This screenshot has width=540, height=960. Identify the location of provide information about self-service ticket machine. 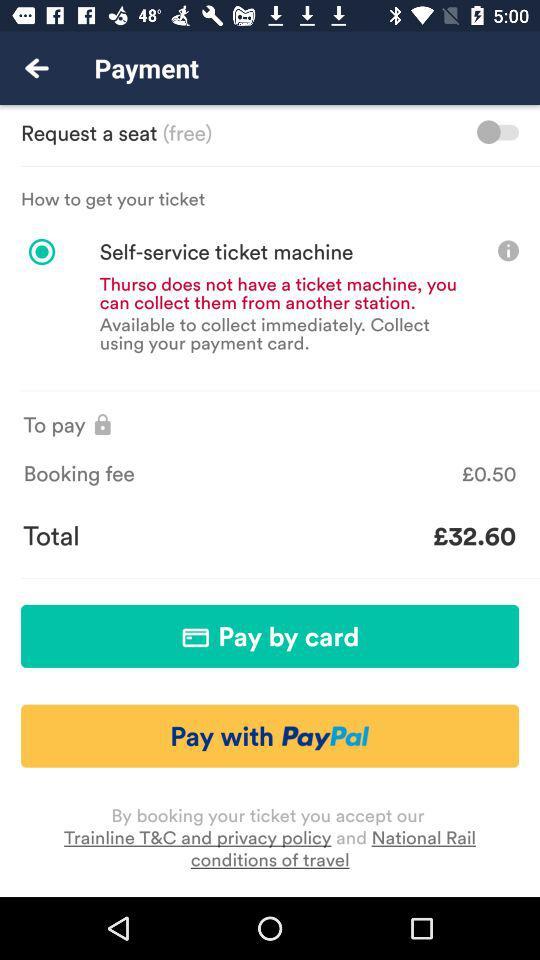
(508, 249).